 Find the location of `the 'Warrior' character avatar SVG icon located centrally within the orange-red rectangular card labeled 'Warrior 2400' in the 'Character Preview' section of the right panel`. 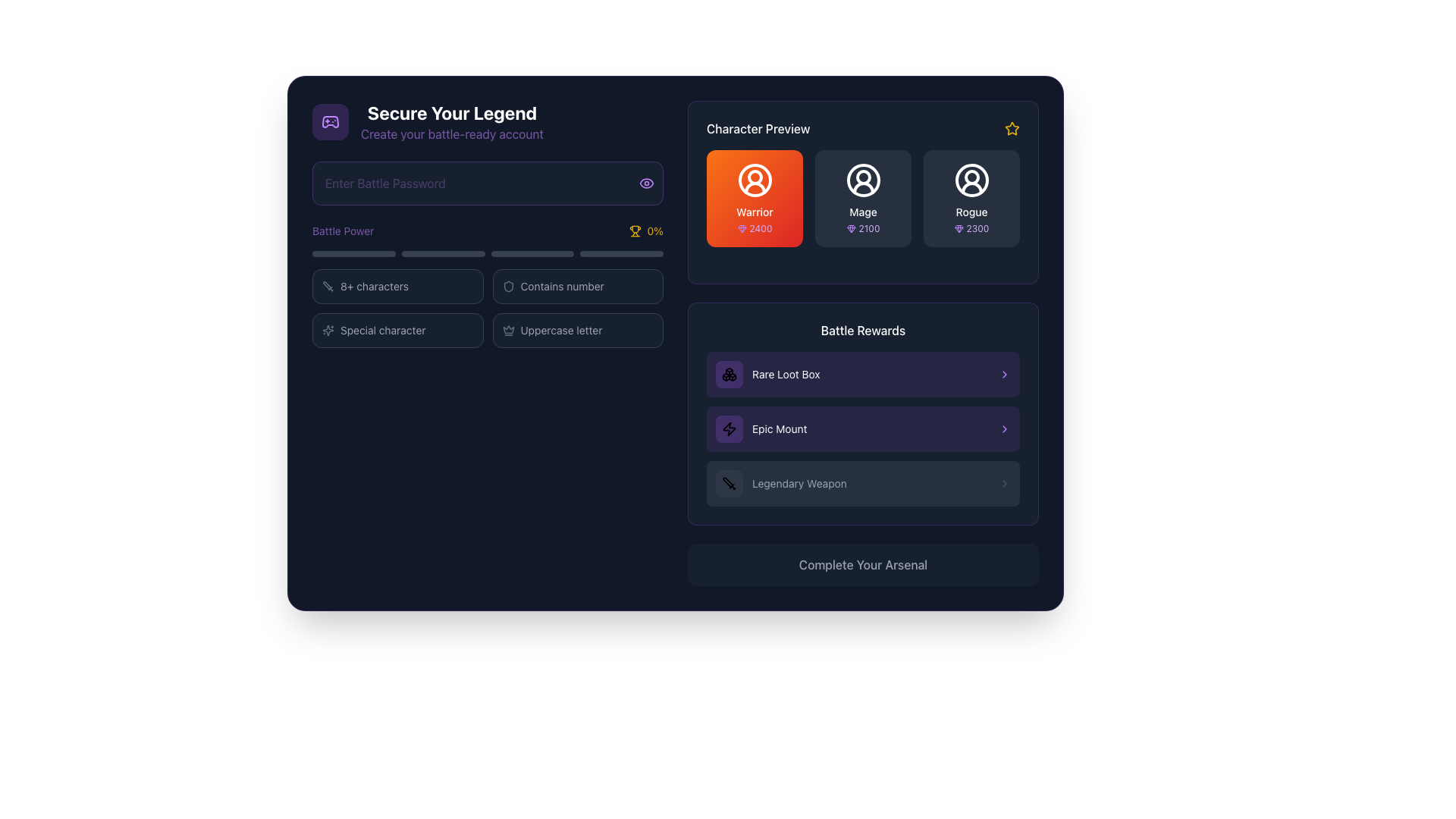

the 'Warrior' character avatar SVG icon located centrally within the orange-red rectangular card labeled 'Warrior 2400' in the 'Character Preview' section of the right panel is located at coordinates (755, 180).